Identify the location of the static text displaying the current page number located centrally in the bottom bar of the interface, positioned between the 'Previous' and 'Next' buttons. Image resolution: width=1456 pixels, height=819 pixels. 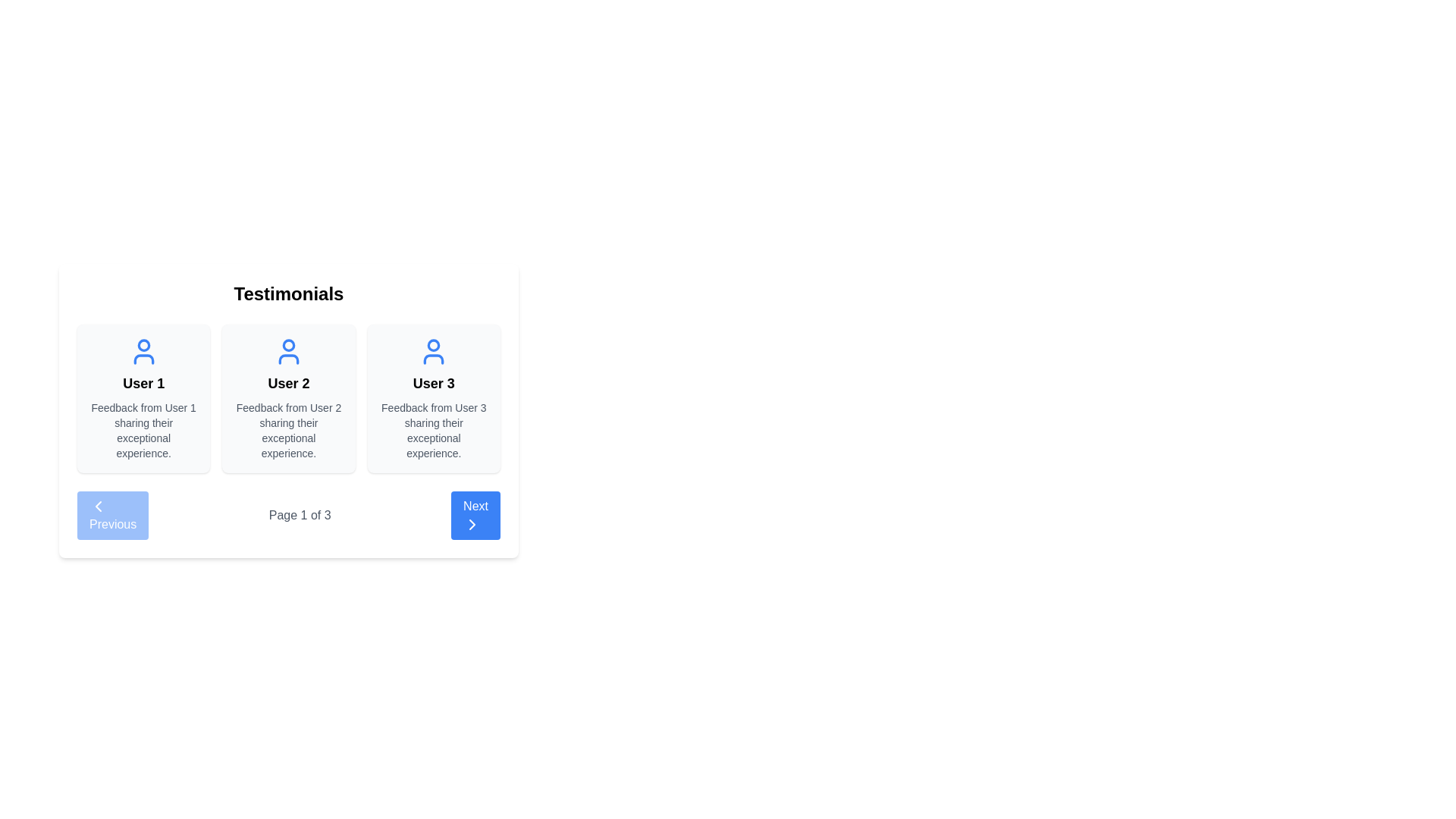
(300, 514).